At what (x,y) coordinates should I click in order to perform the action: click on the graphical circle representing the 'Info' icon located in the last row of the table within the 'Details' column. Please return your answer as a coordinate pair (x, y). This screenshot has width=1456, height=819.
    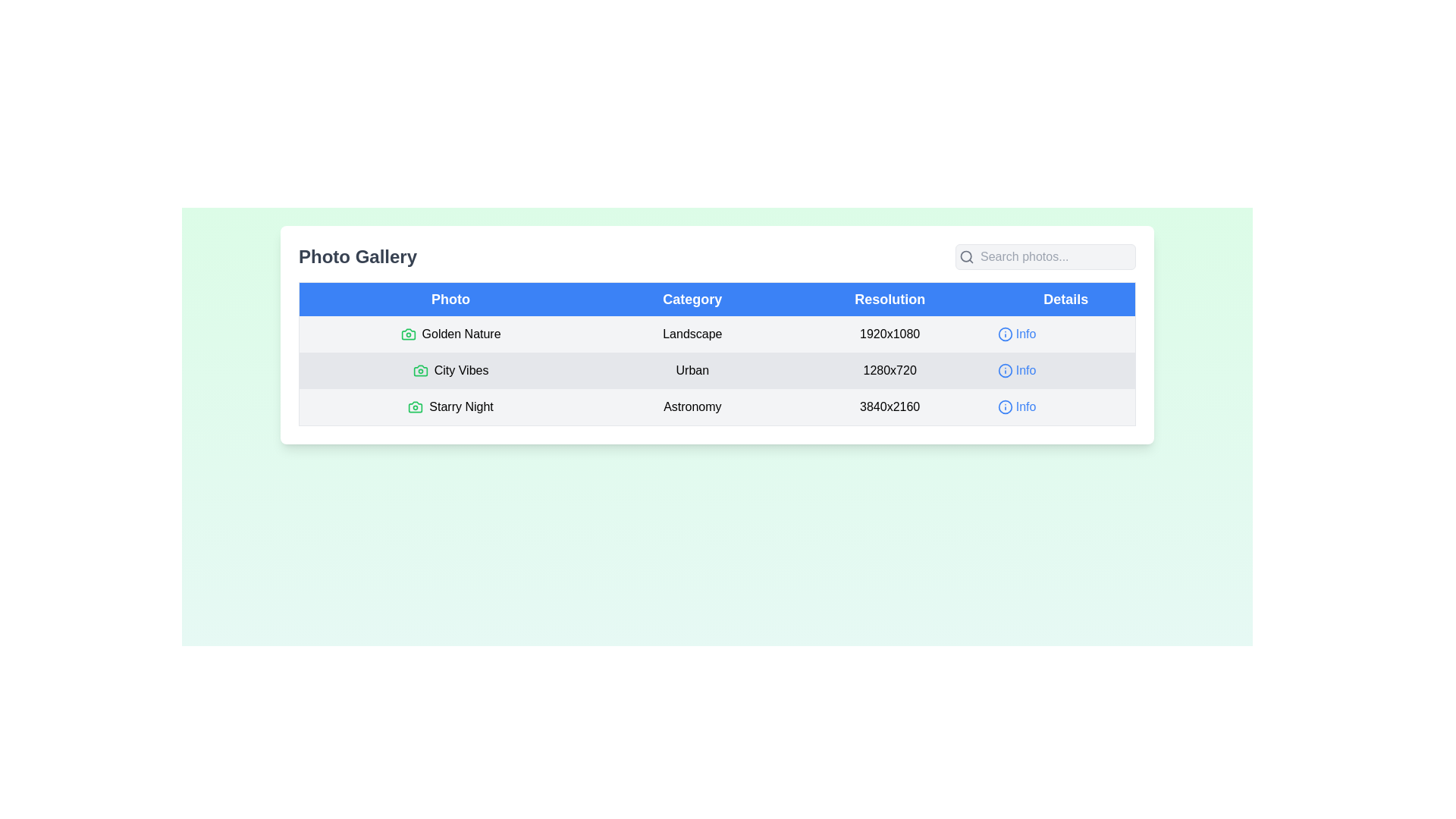
    Looking at the image, I should click on (1005, 406).